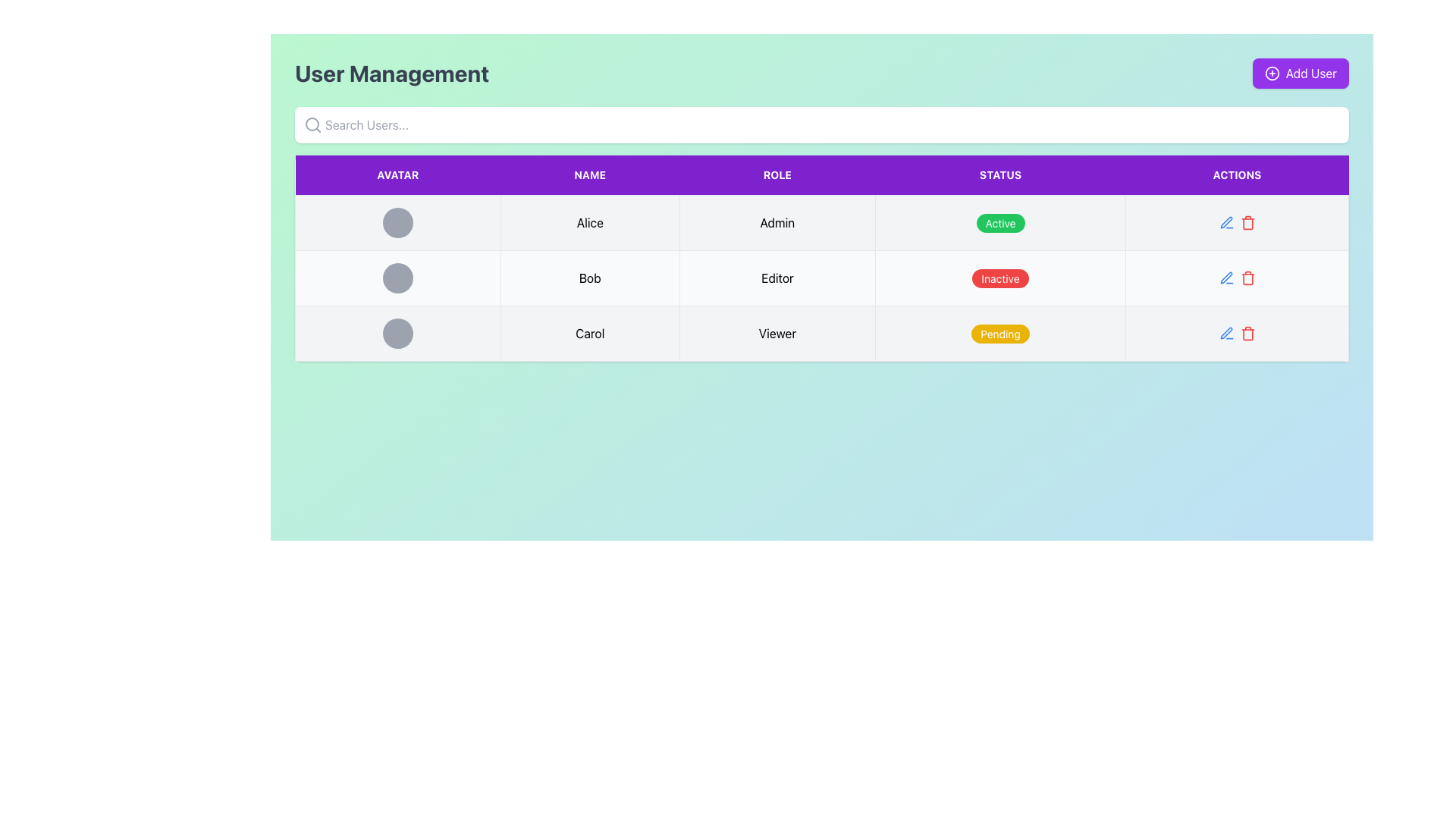 This screenshot has height=819, width=1456. What do you see at coordinates (1226, 332) in the screenshot?
I see `the edit button in the 'Actions' column for the first row representing 'Alice'` at bounding box center [1226, 332].